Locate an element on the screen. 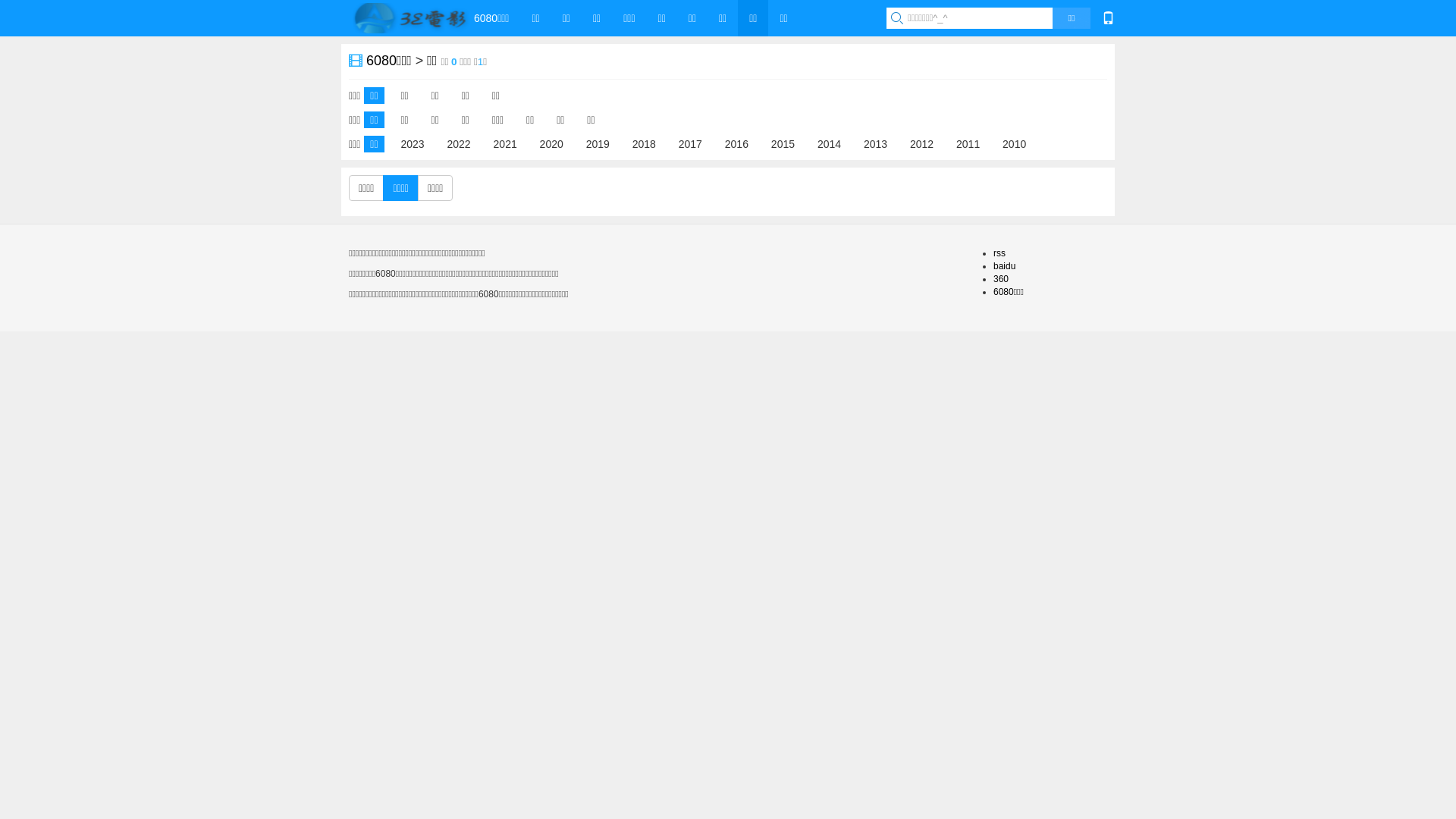  '2016' is located at coordinates (736, 143).